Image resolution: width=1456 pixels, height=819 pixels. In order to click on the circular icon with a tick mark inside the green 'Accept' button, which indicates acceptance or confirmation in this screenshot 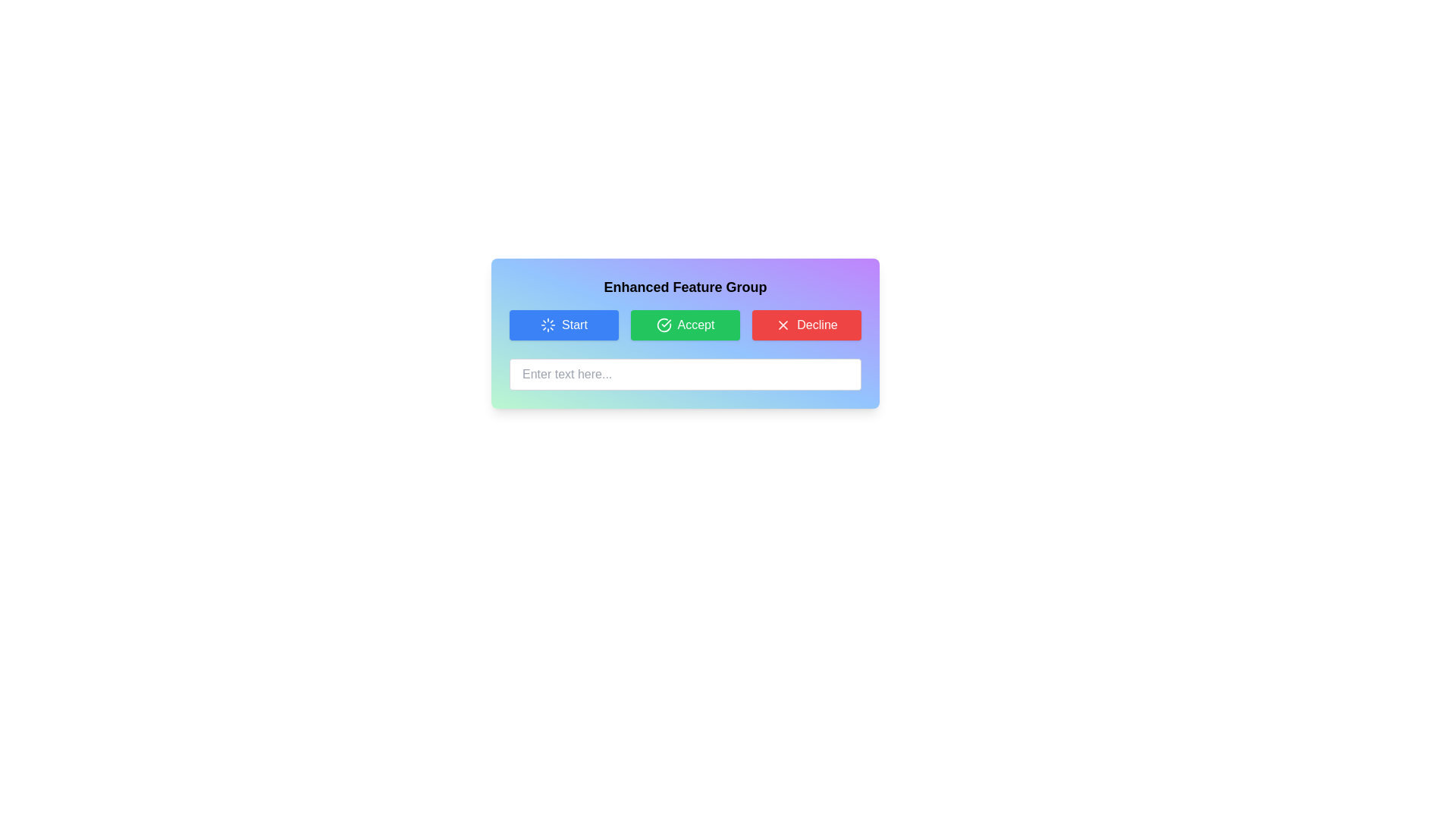, I will do `click(664, 324)`.